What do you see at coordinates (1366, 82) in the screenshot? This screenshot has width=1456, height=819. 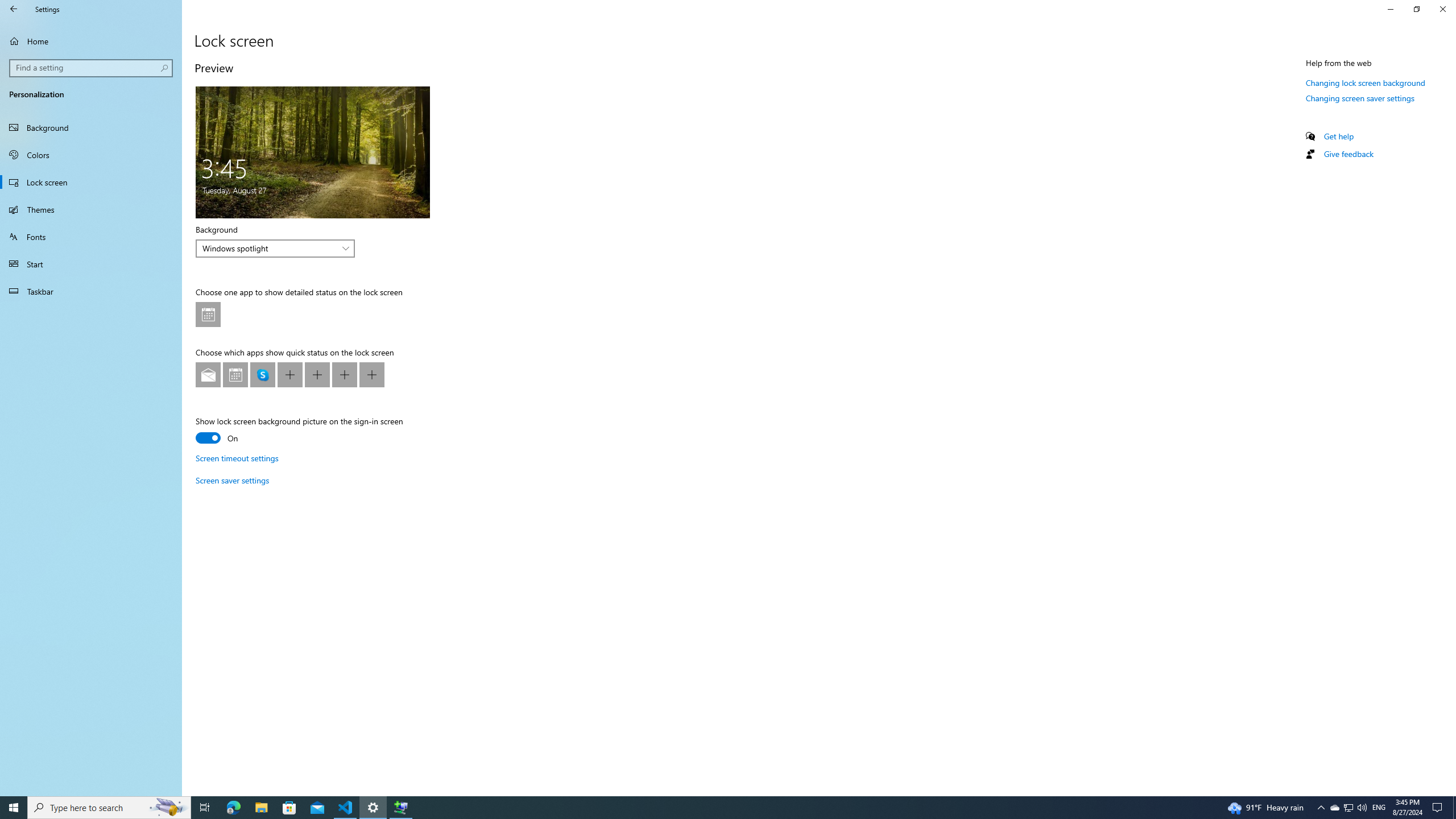 I see `'Changing lock screen background'` at bounding box center [1366, 82].